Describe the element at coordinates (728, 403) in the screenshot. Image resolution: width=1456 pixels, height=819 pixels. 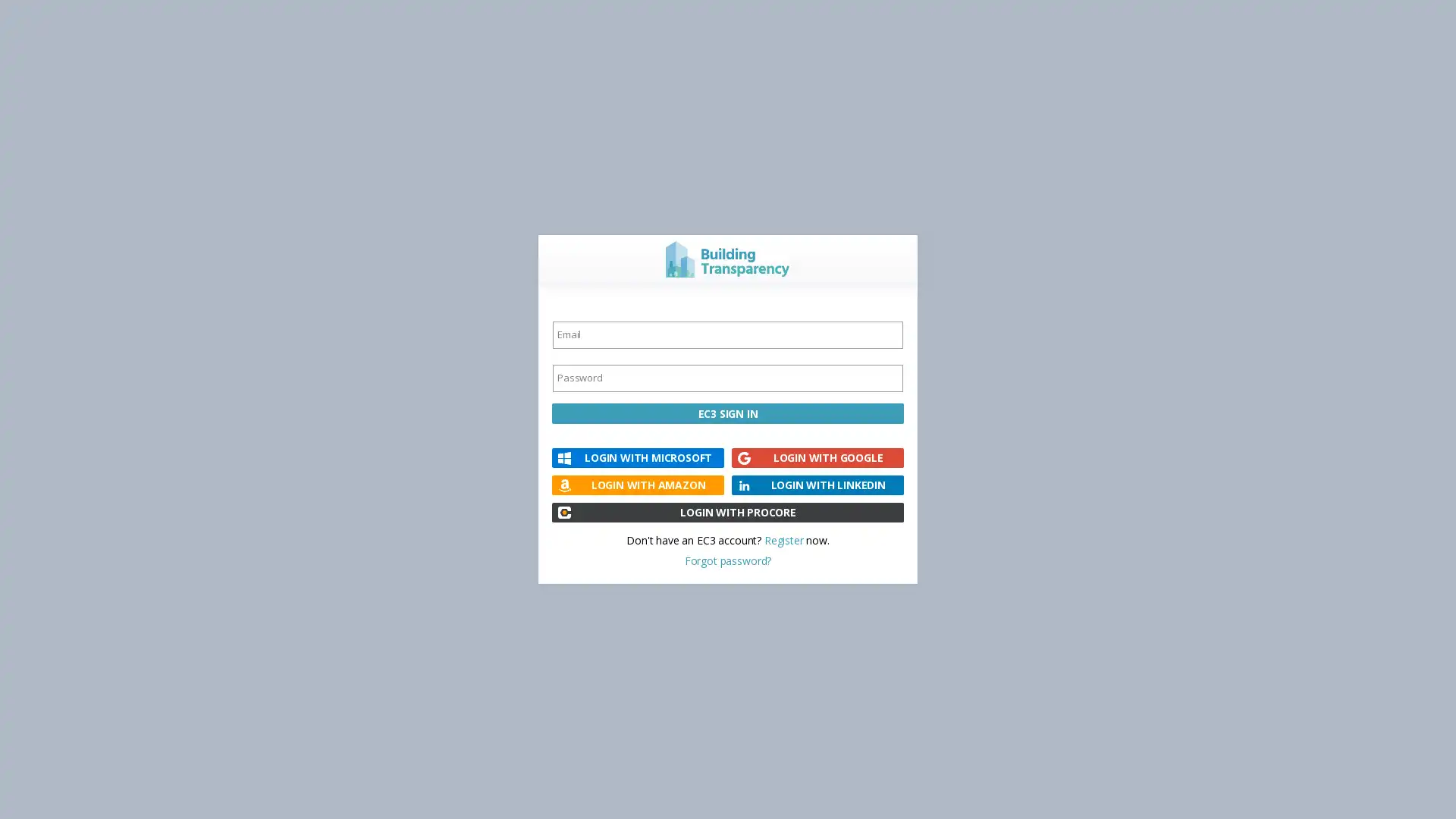
I see `EC3 SIGN IN` at that location.